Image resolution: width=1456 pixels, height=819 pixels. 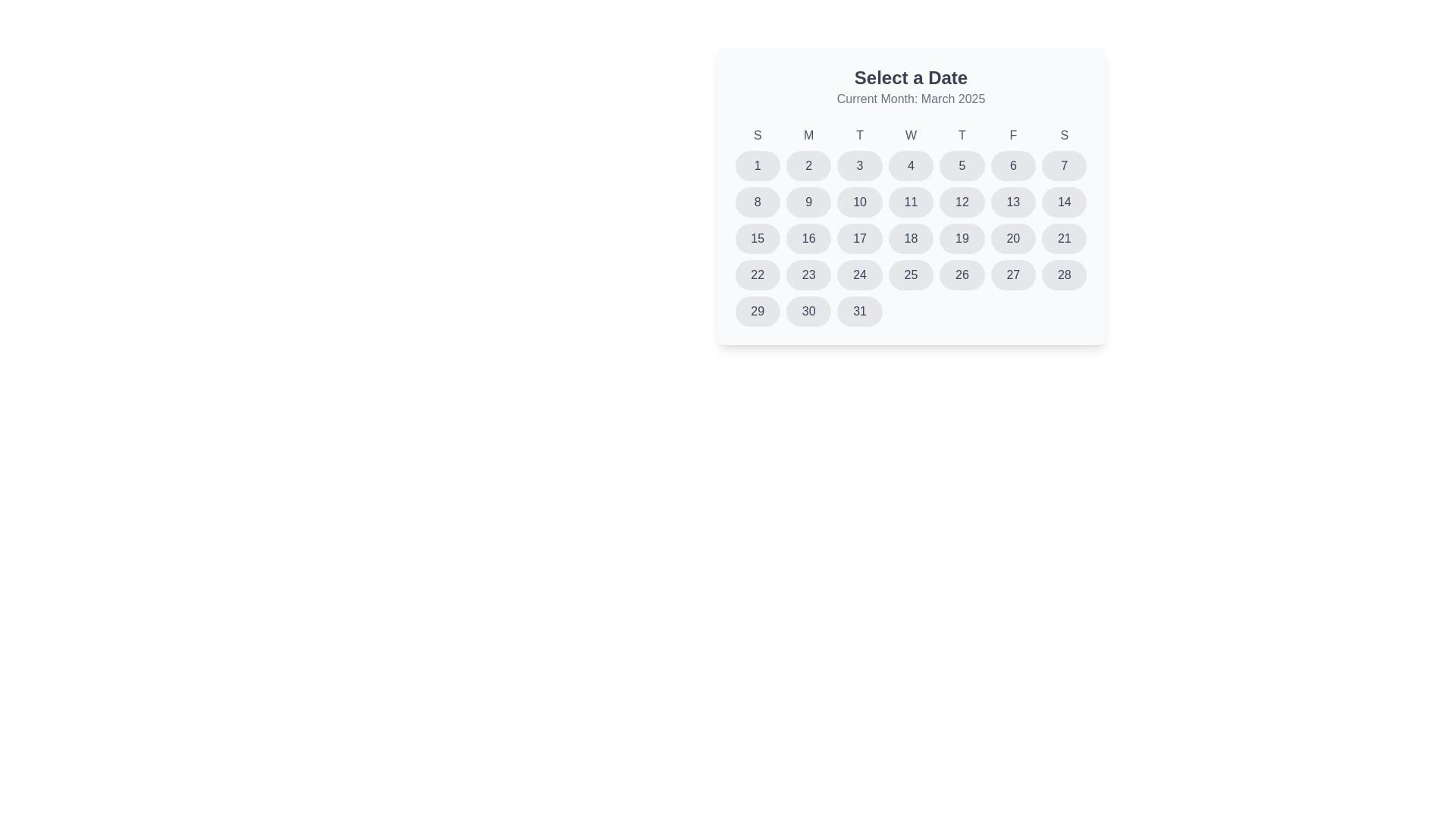 What do you see at coordinates (961, 166) in the screenshot?
I see `the date button '5' in the March 2025 calendar to activate the hover effect` at bounding box center [961, 166].